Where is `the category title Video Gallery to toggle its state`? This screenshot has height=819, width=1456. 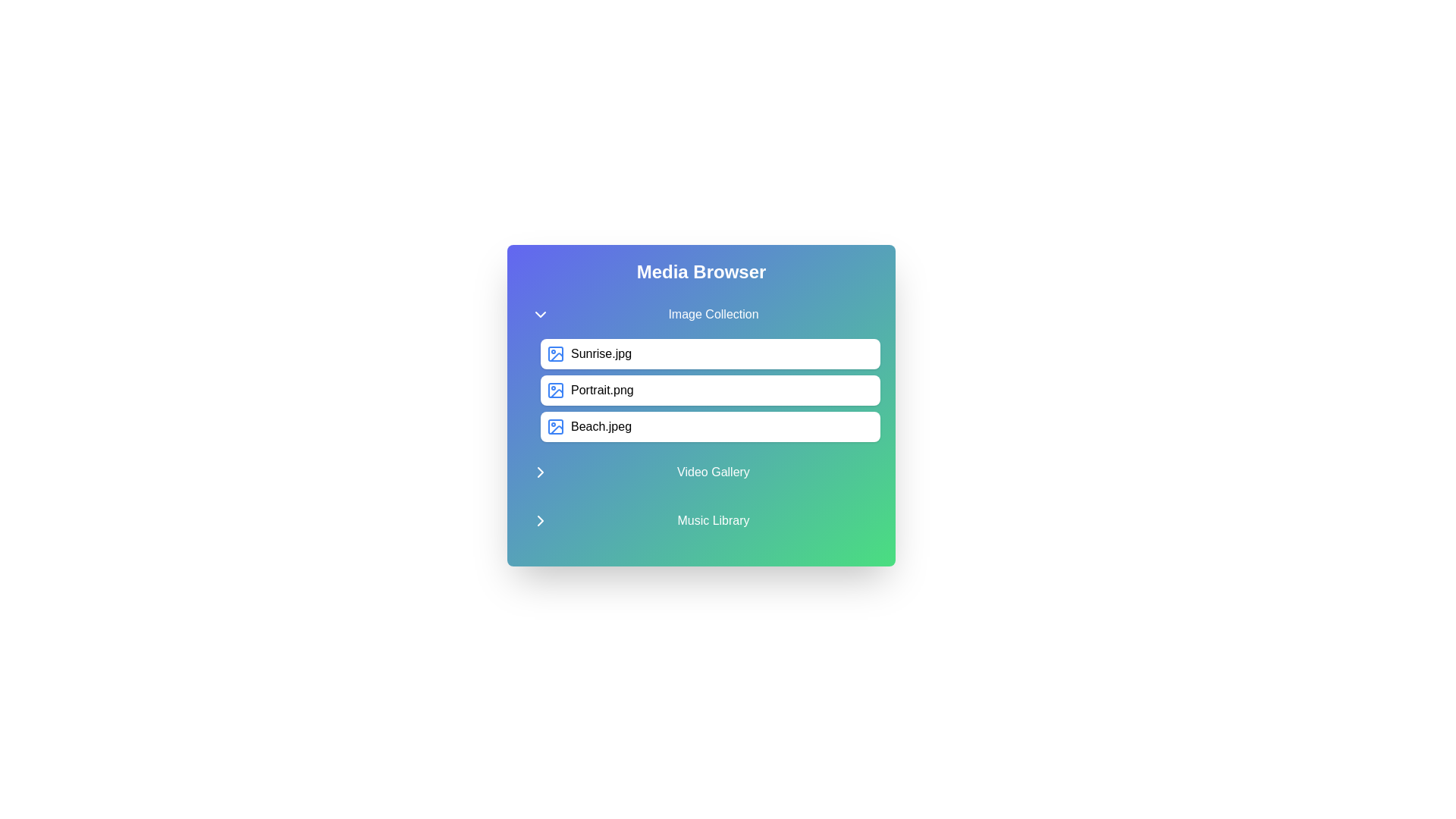
the category title Video Gallery to toggle its state is located at coordinates (701, 472).